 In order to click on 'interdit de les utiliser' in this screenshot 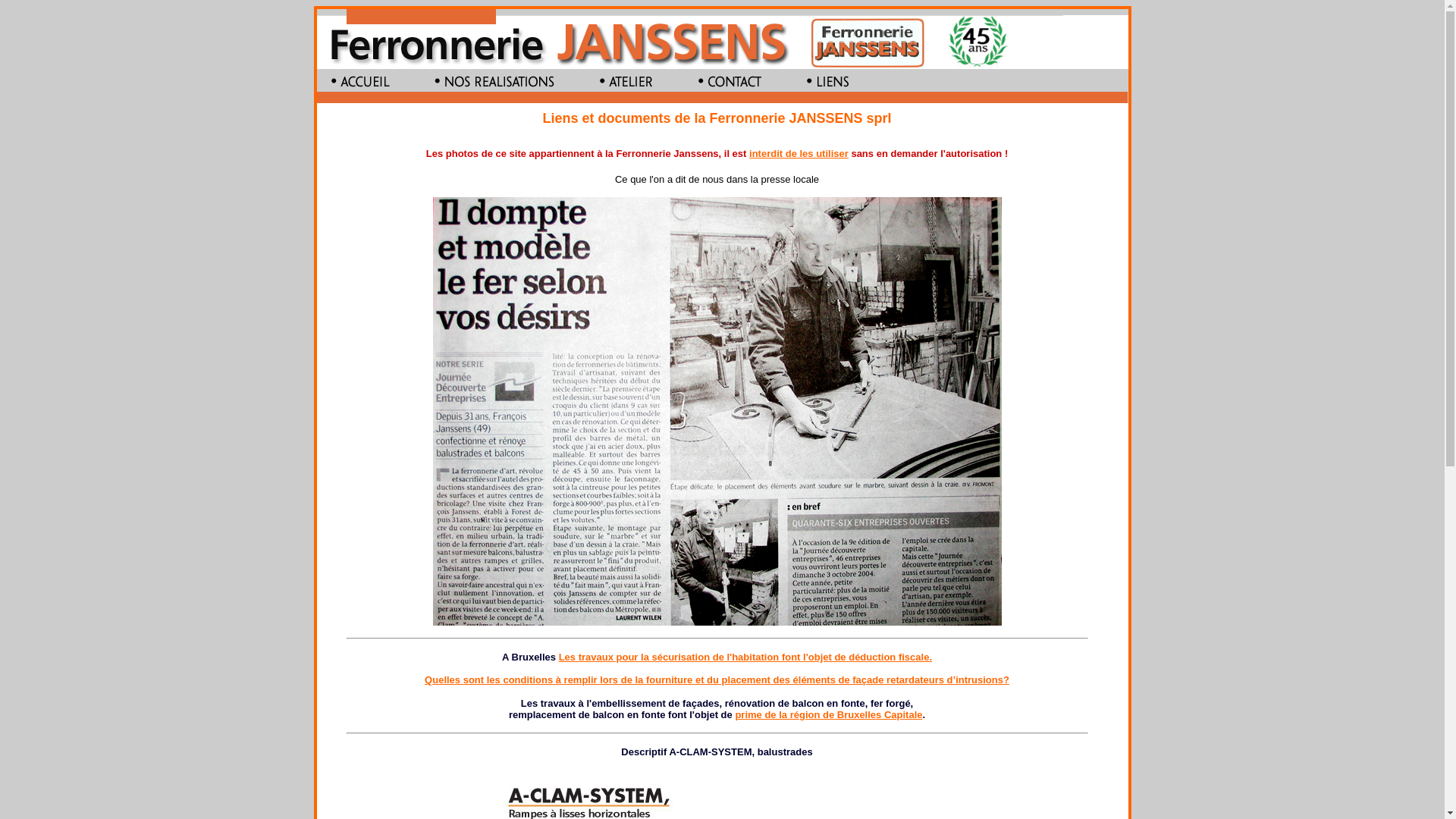, I will do `click(749, 153)`.